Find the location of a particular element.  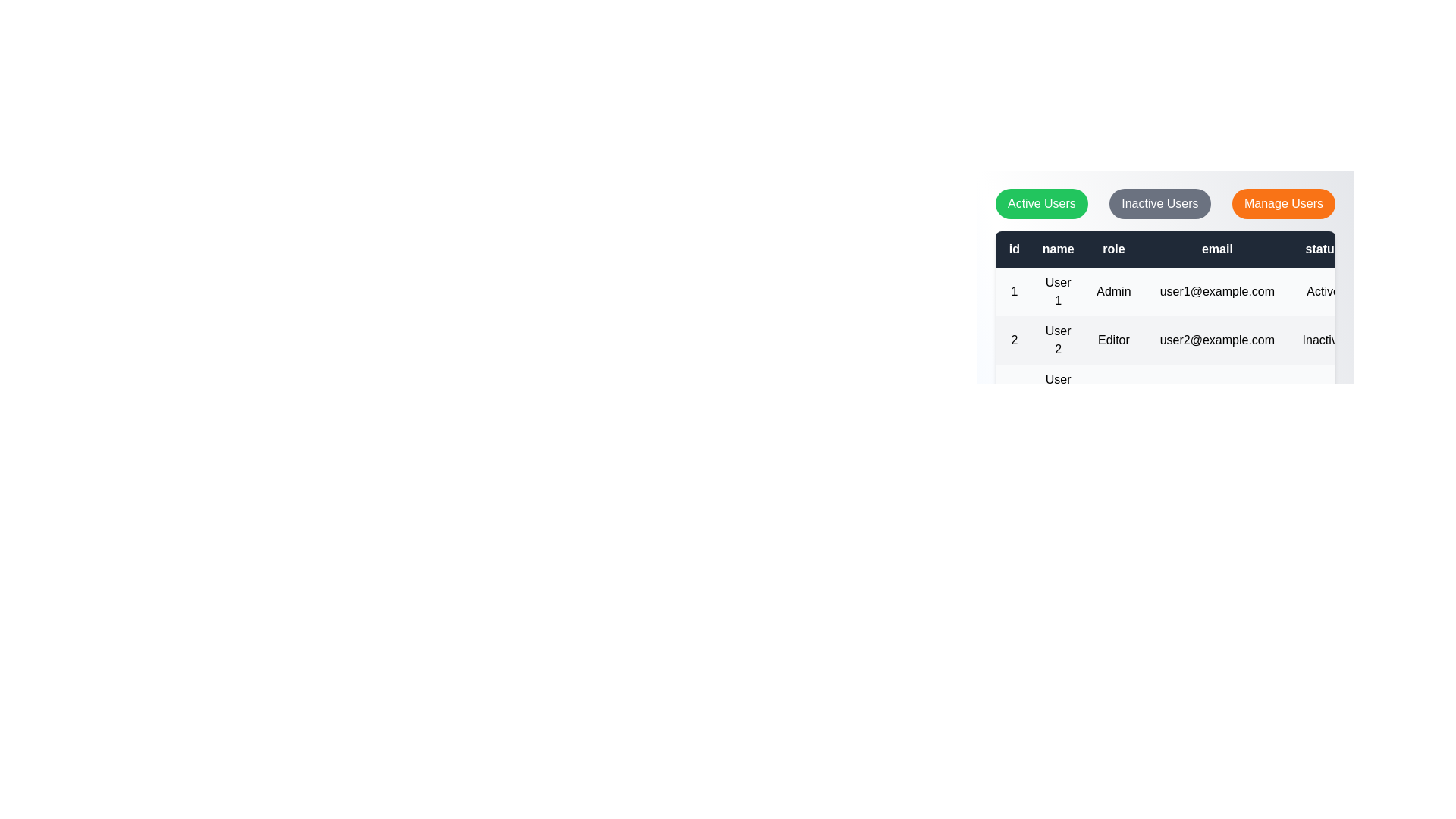

the 'Inactive Users' button to filter the user list by inactive status is located at coordinates (1159, 203).